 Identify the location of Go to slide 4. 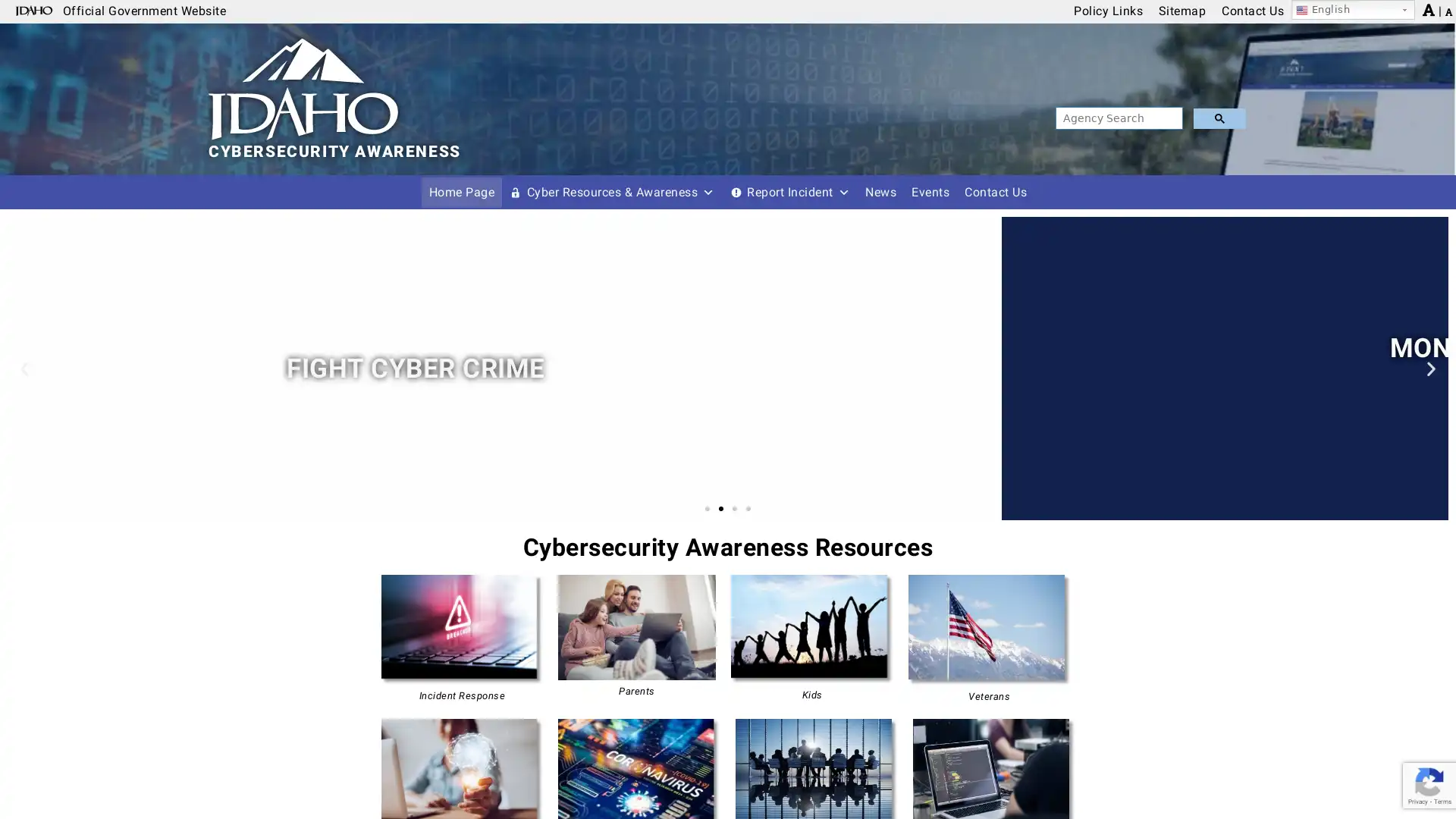
(748, 509).